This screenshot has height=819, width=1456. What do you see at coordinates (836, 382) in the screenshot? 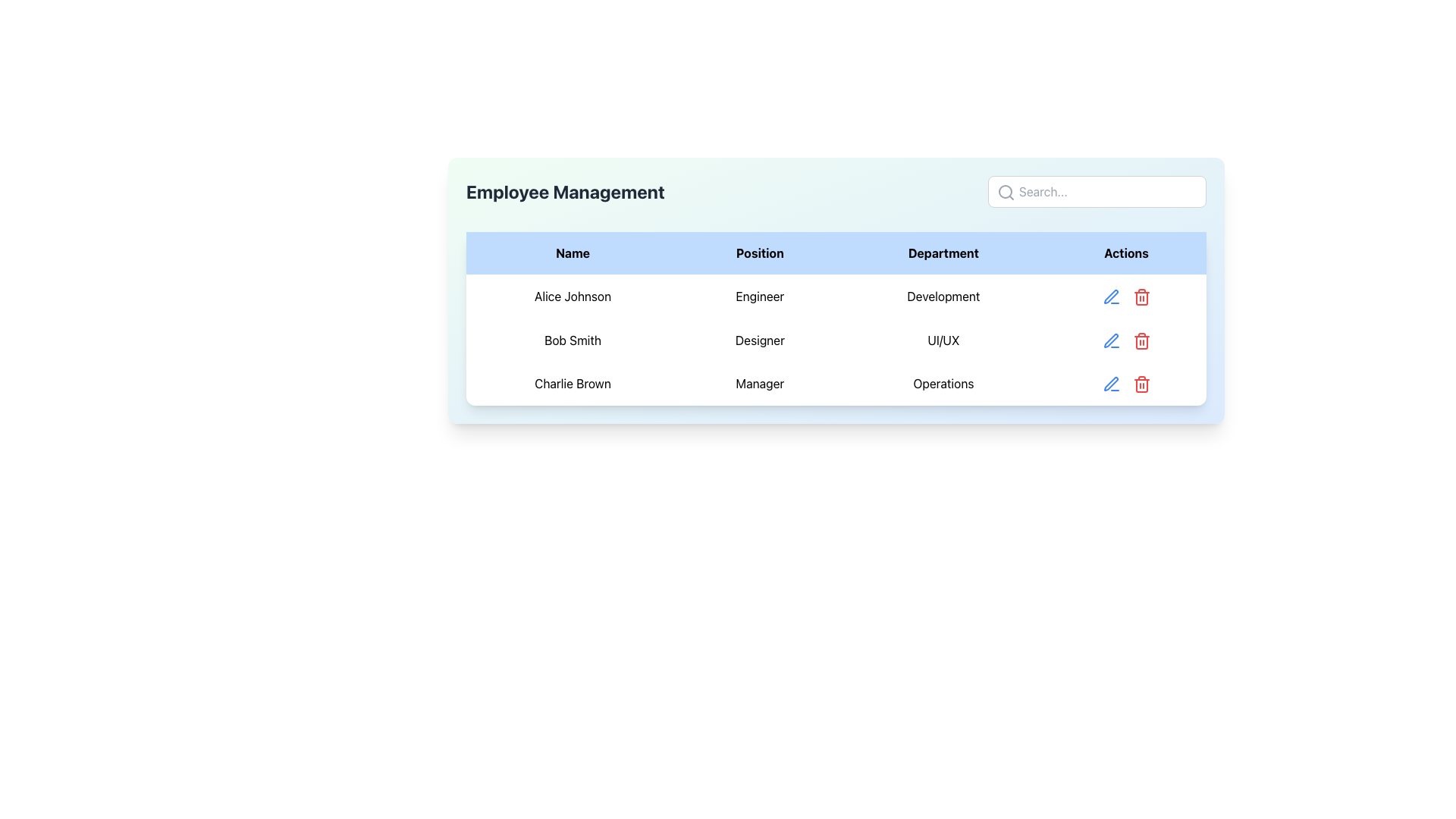
I see `the third row in the Employee Management table that contains the details for 'Charlie Brown', including columns for 'Name', 'Position', and 'Department'` at bounding box center [836, 382].